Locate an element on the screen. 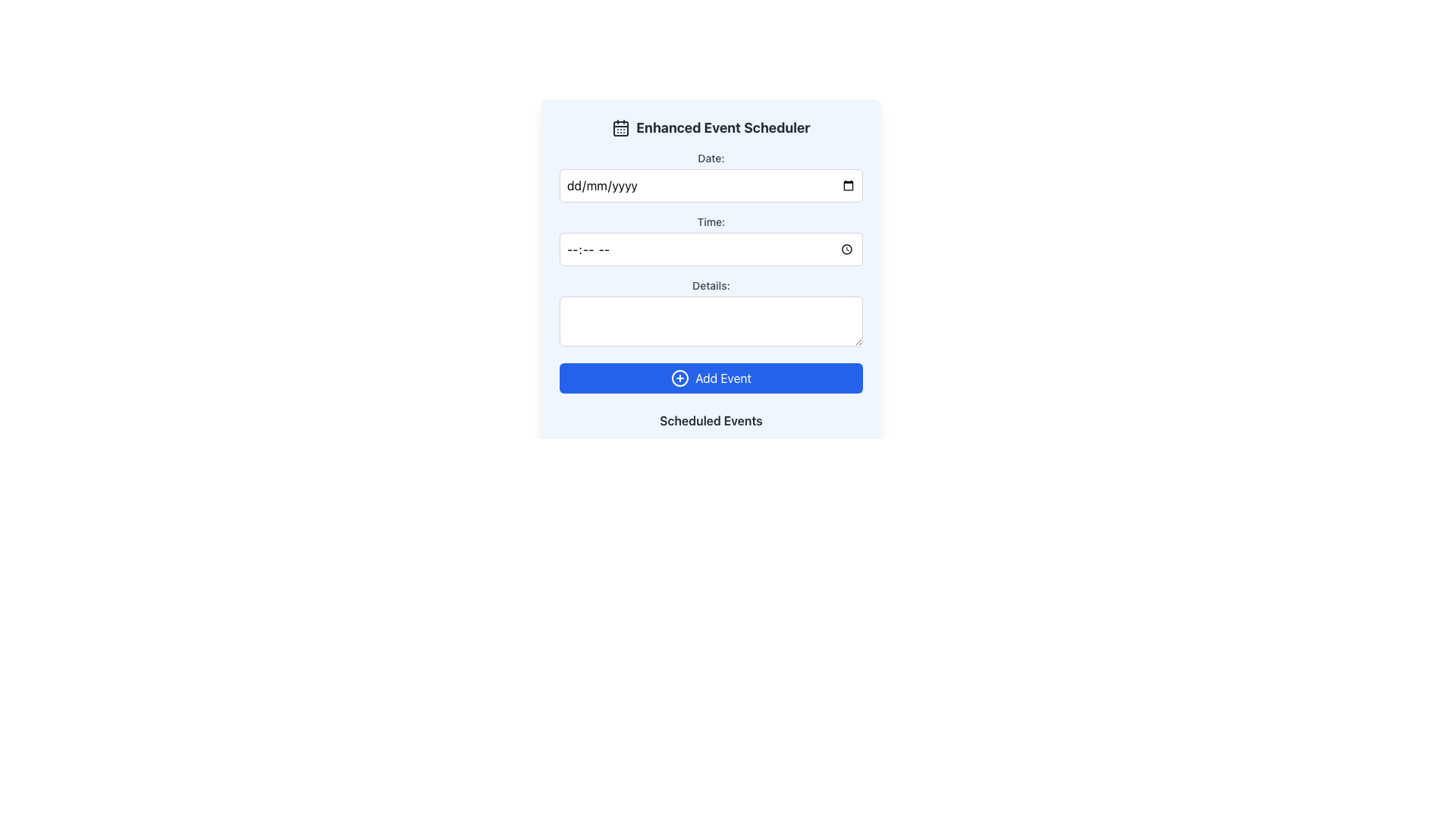  the circular '+' icon located within the blue 'Add Event' button, which is positioned below the input fields and above the 'Scheduled Events' label is located at coordinates (679, 377).